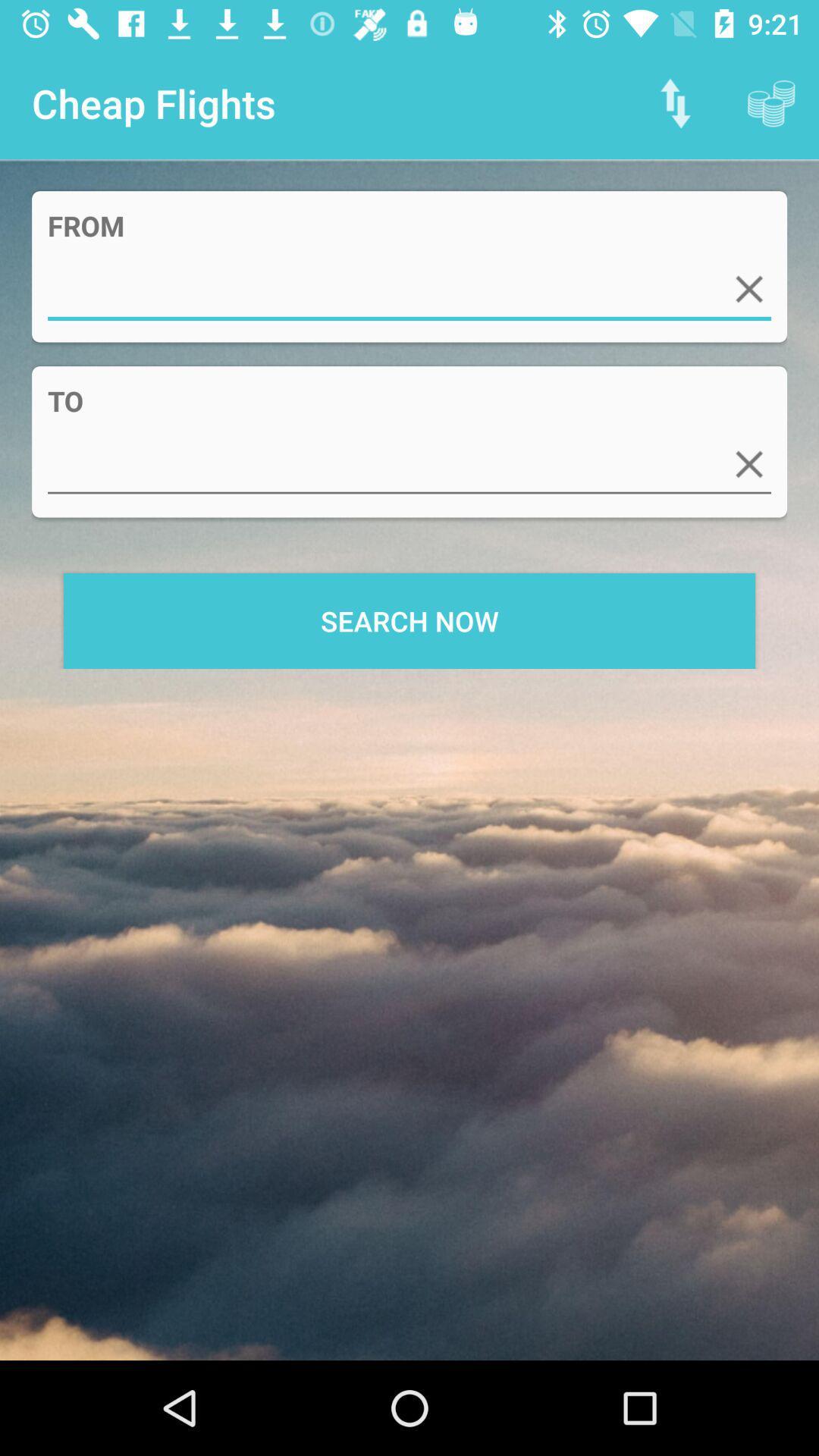  I want to click on button, so click(748, 463).